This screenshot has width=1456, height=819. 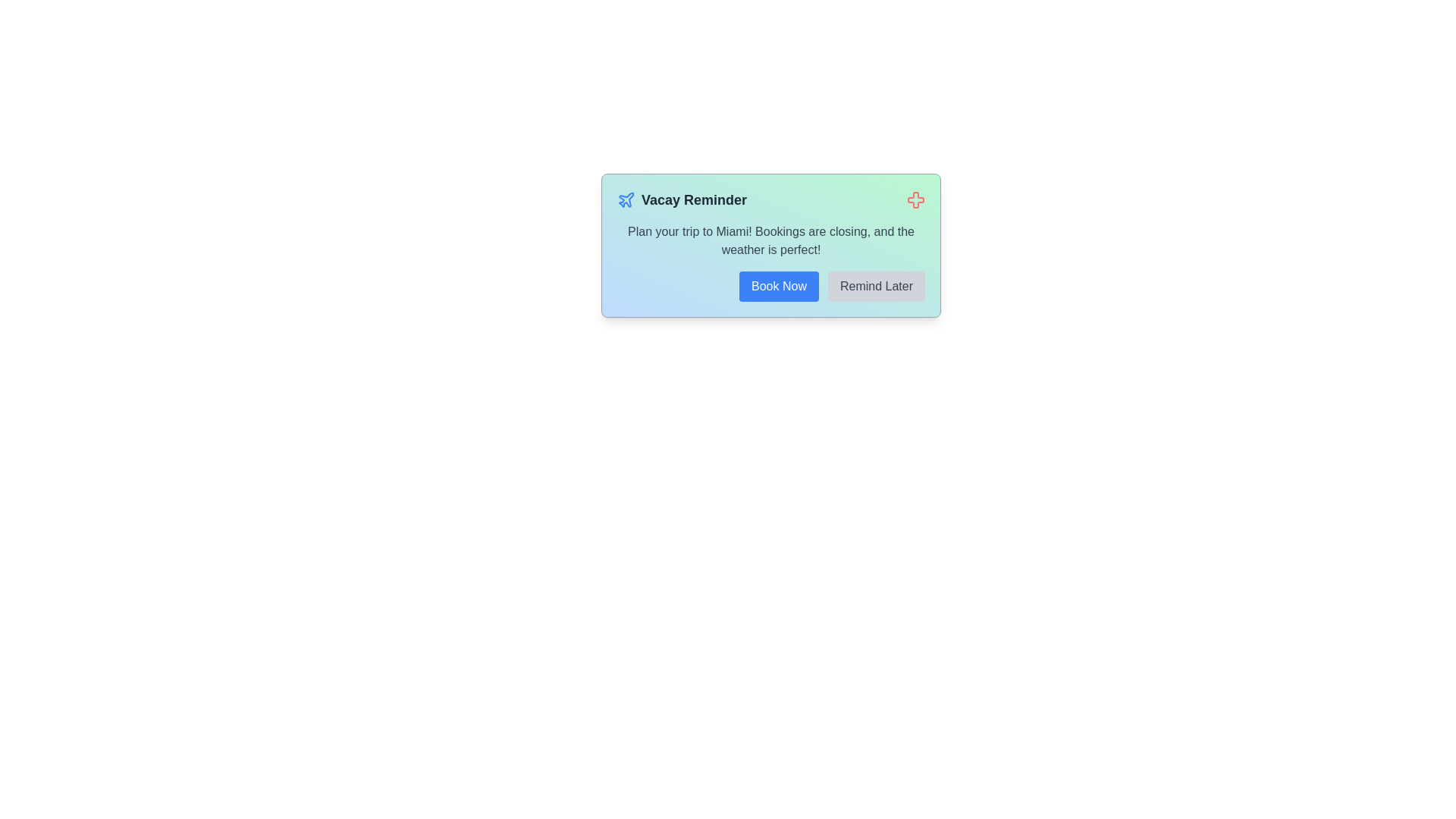 I want to click on the 'Book Now' button with a blue background and white text to initiate booking, so click(x=779, y=287).